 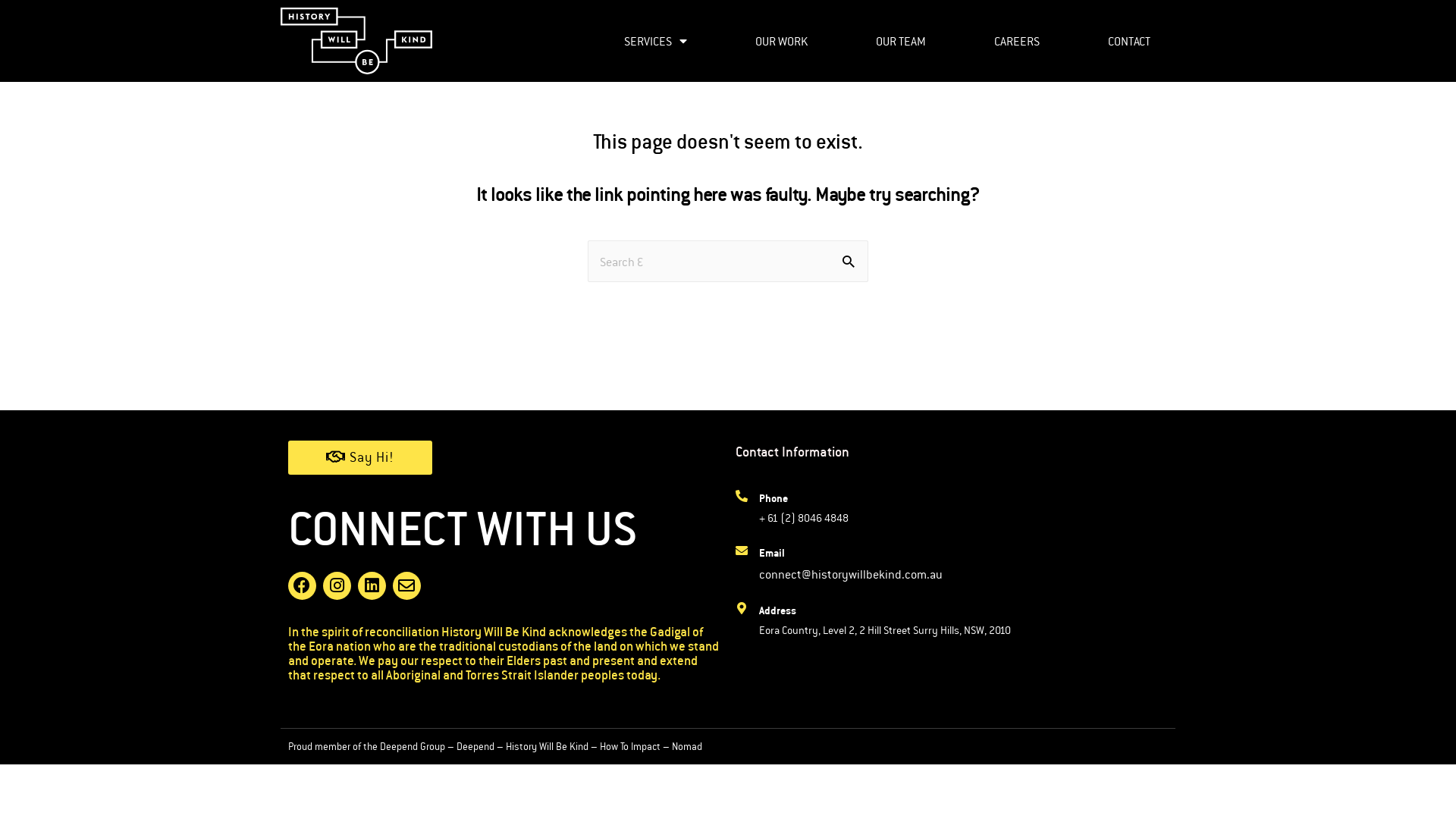 I want to click on 'SERVICES', so click(x=655, y=40).